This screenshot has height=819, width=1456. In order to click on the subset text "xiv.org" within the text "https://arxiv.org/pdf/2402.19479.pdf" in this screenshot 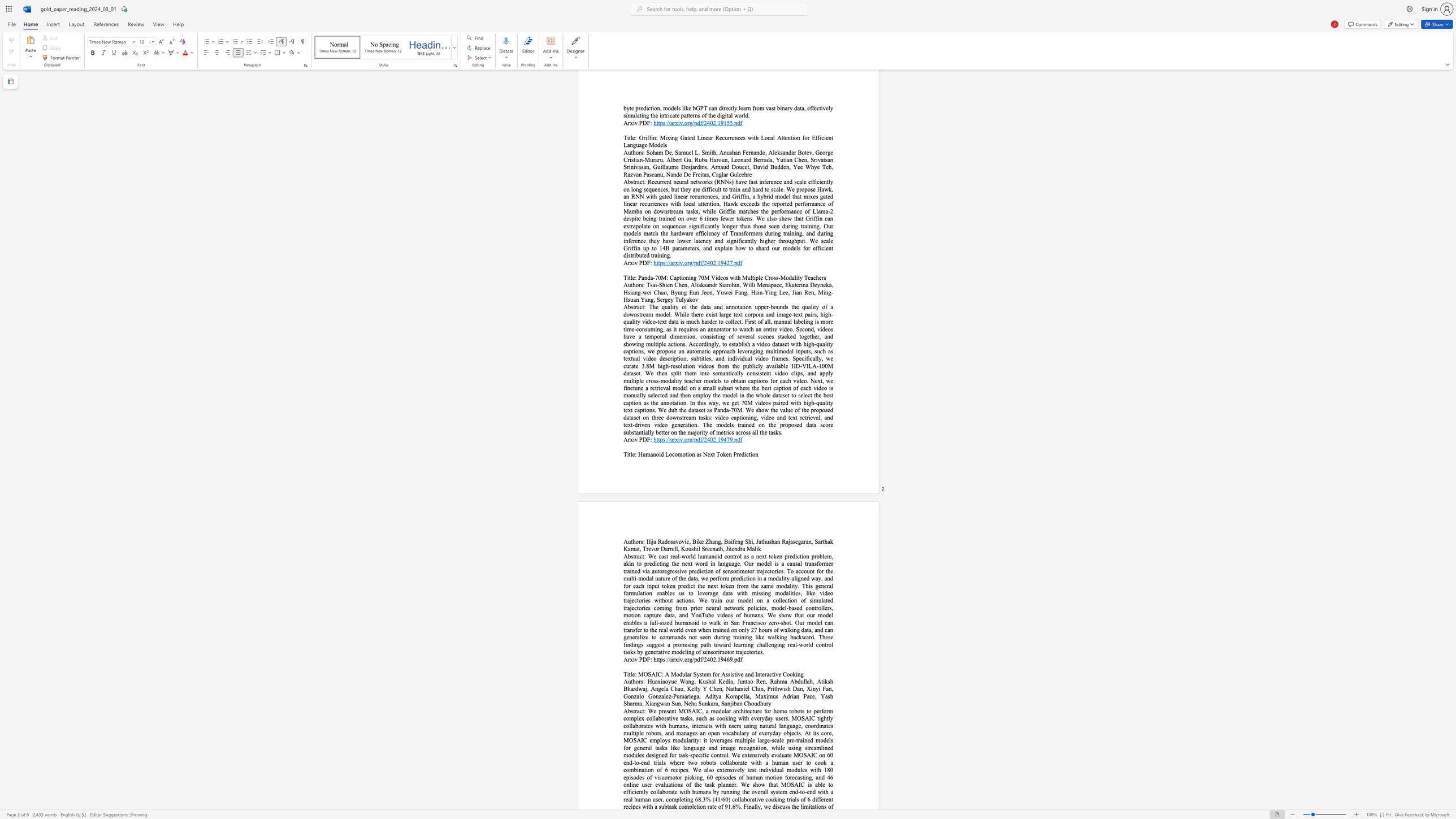, I will do `click(674, 439)`.